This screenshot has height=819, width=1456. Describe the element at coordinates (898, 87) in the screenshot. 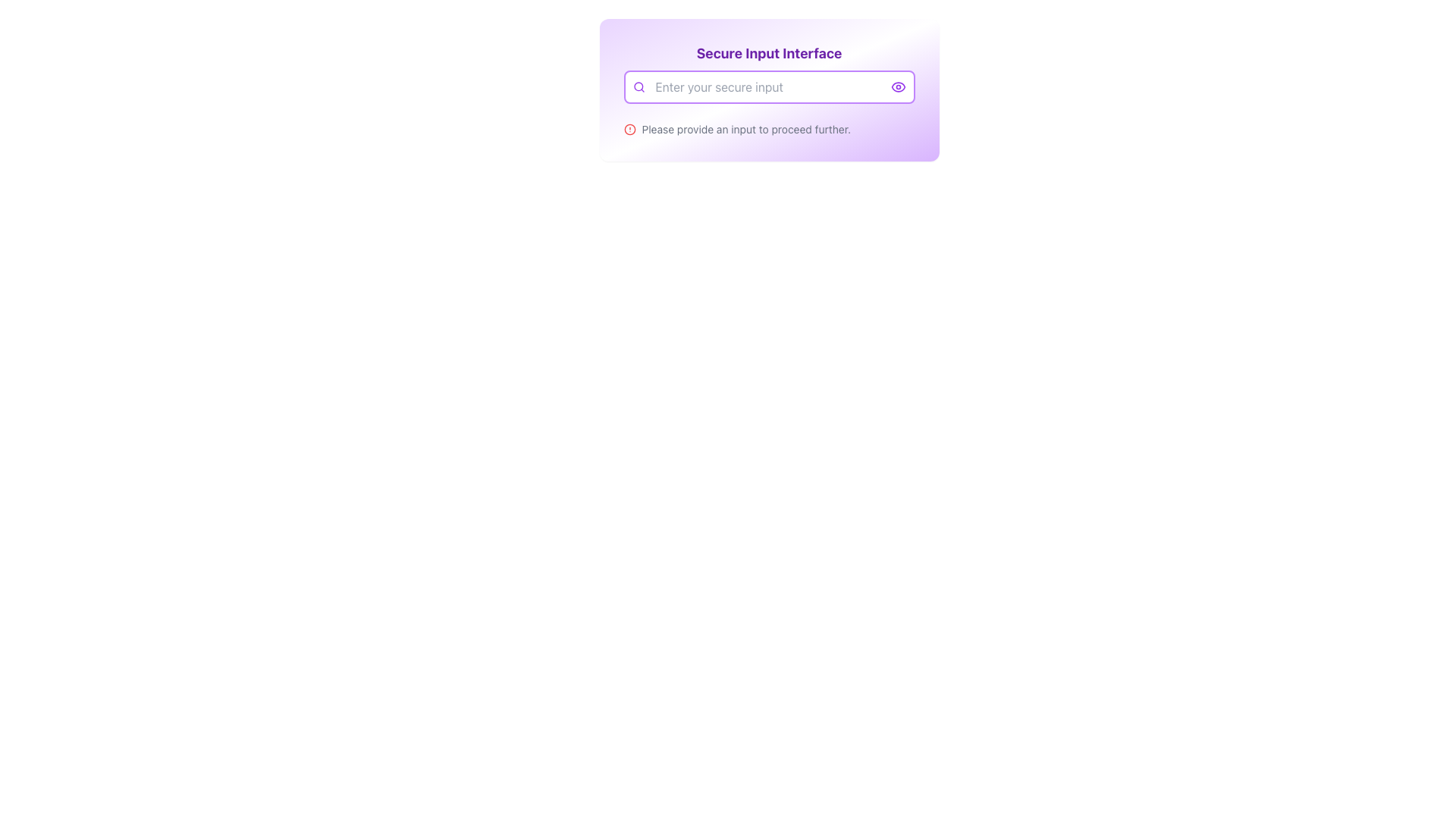

I see `the outer shape of the eye icon, which is positioned near the top-right corner of the input field area` at that location.